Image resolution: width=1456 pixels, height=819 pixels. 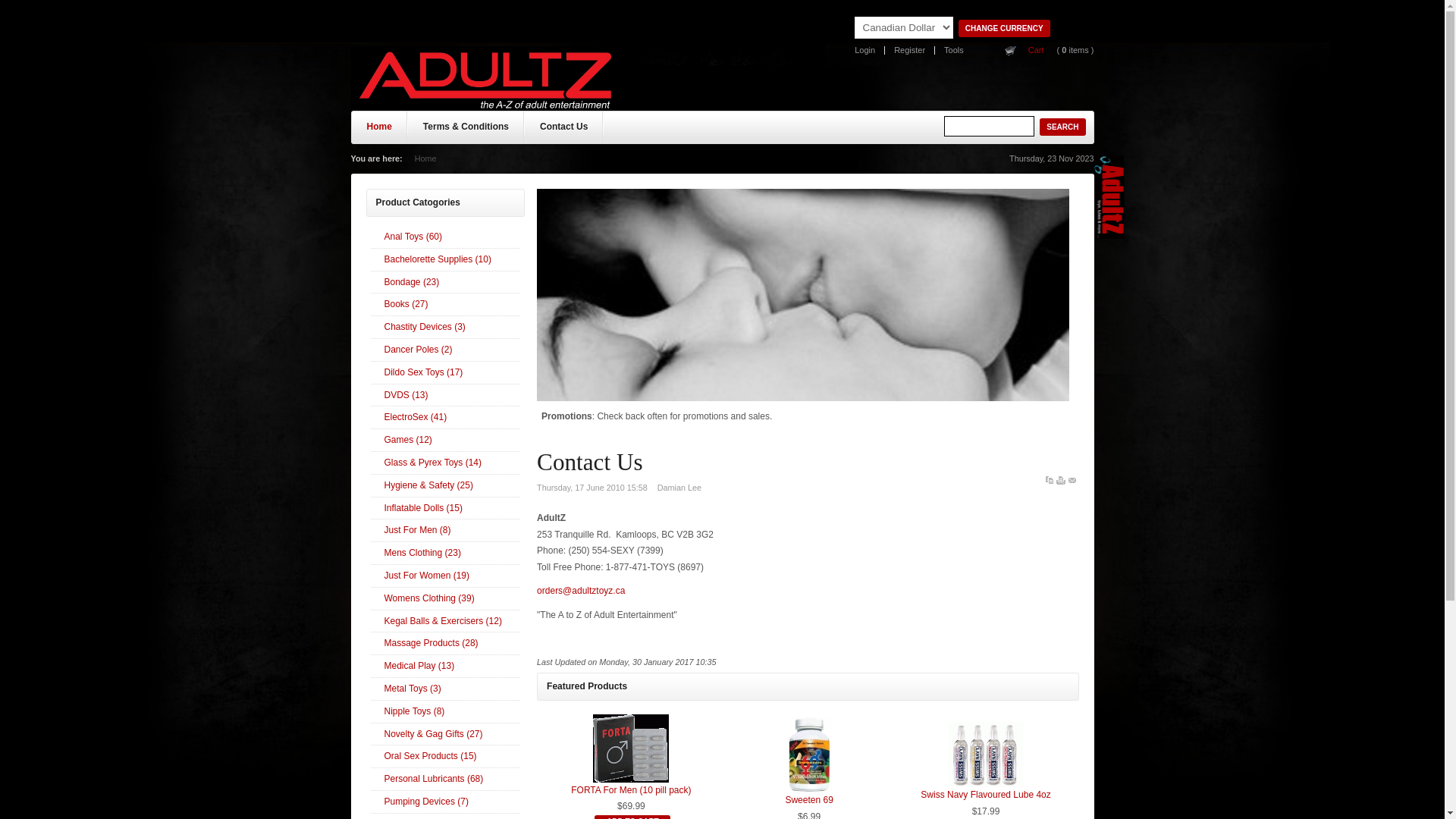 I want to click on 'Bondage (23)', so click(x=444, y=283).